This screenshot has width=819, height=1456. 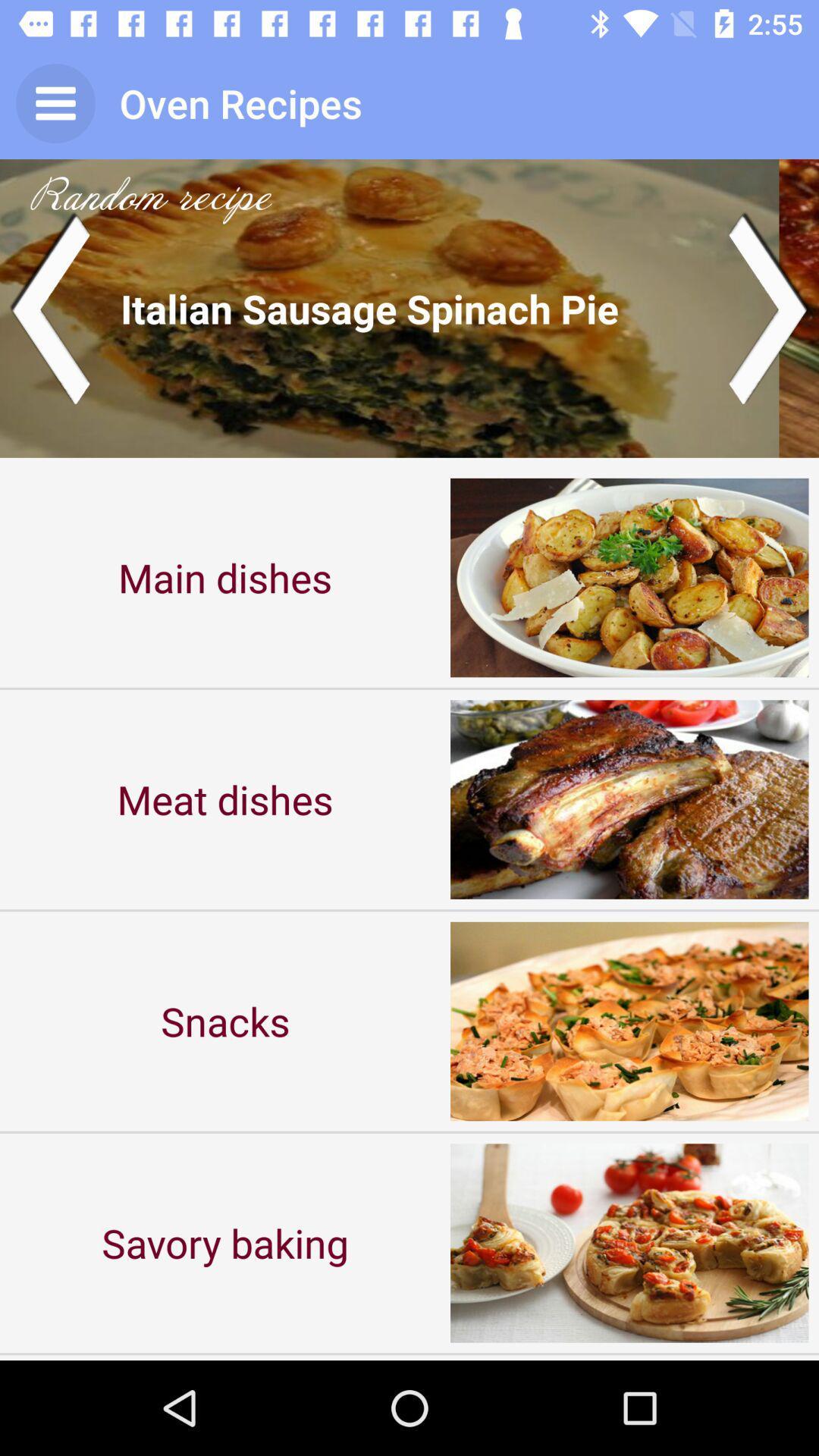 What do you see at coordinates (225, 799) in the screenshot?
I see `item below the main dishes` at bounding box center [225, 799].